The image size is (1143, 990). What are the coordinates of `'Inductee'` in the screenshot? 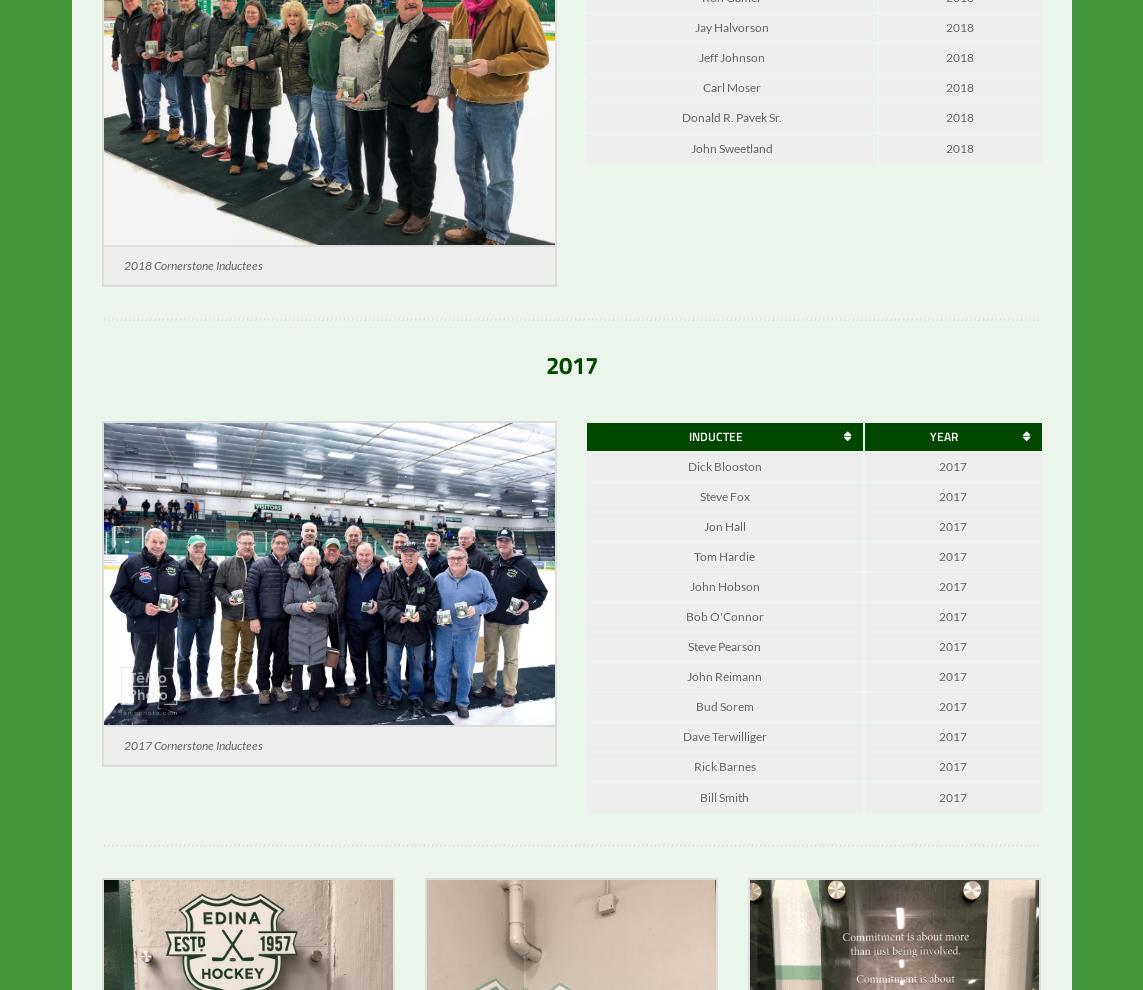 It's located at (714, 450).